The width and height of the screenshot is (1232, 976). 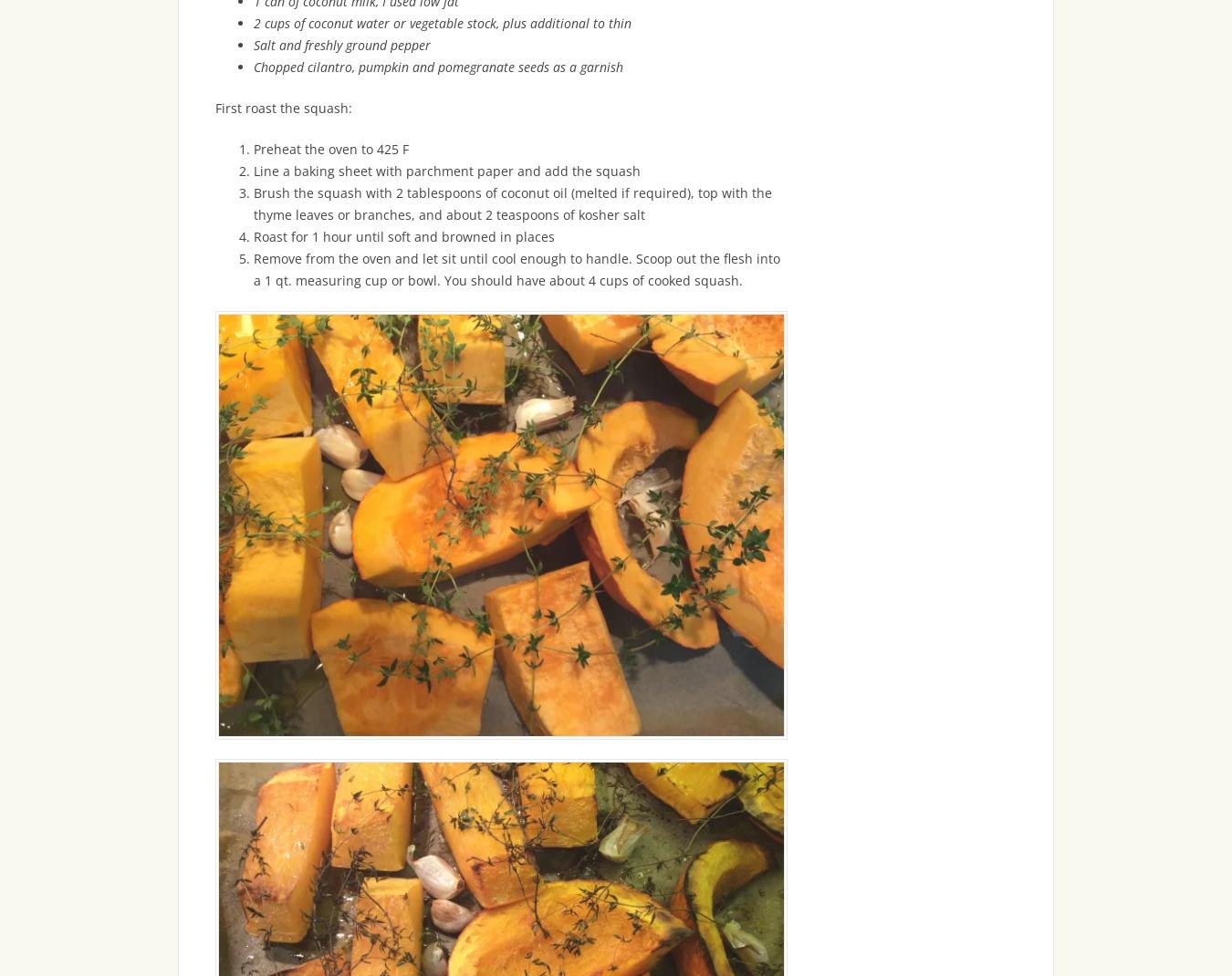 What do you see at coordinates (512, 202) in the screenshot?
I see `'the squash with 2 tablespoons of coconut oil (melted if required), top with the thyme leaves or branches, and about 2 teaspoons of kosher salt'` at bounding box center [512, 202].